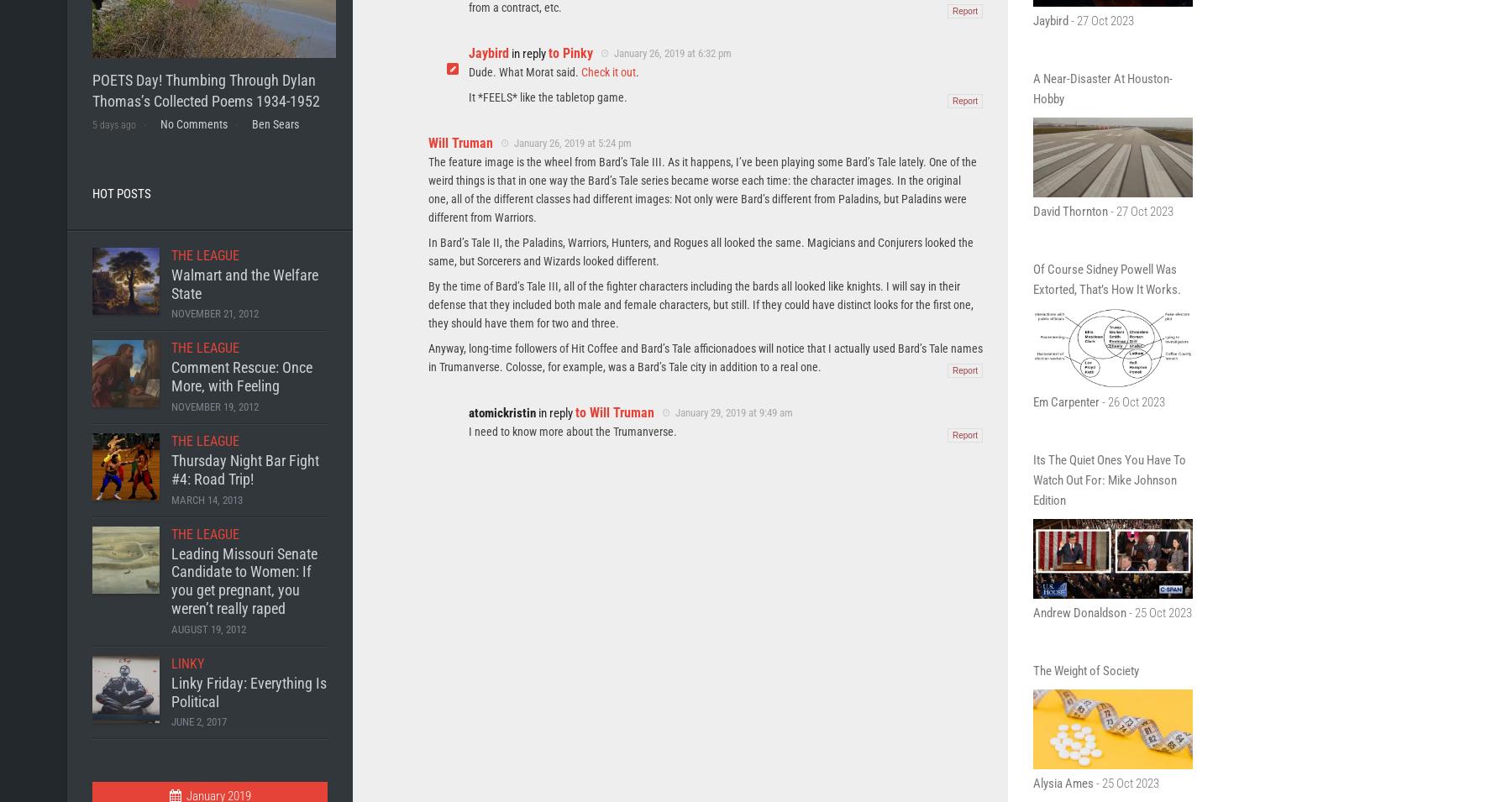  What do you see at coordinates (701, 303) in the screenshot?
I see `'By the time of Bard’s Tale III, all of the fighter characters including the bards all looked like knights. I will say in their defense that they included both male and female characters, but still. If they could have distinct looks for the first one, they should have them for two and three.'` at bounding box center [701, 303].